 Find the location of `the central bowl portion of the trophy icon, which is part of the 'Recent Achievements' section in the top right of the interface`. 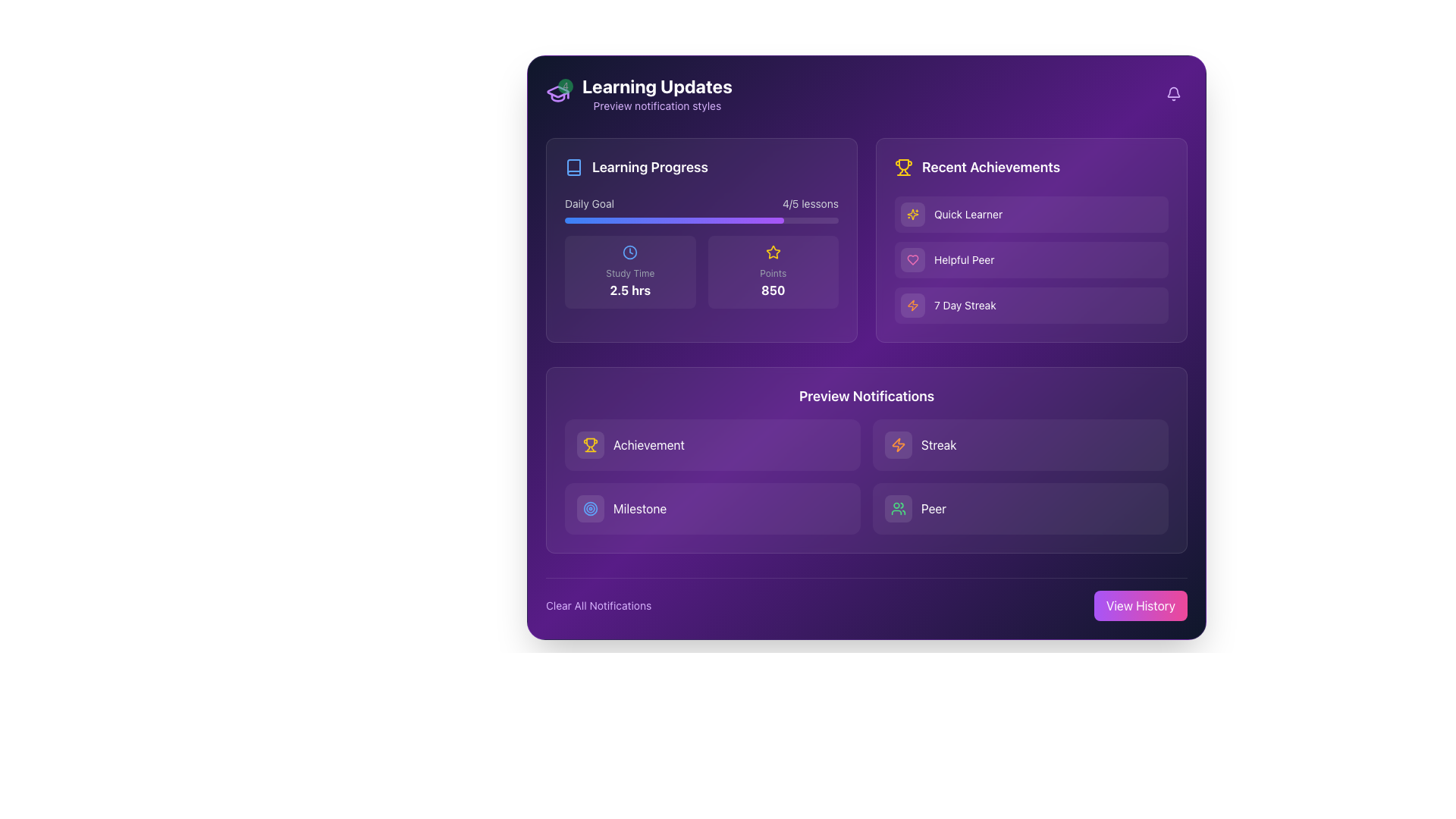

the central bowl portion of the trophy icon, which is part of the 'Recent Achievements' section in the top right of the interface is located at coordinates (903, 165).